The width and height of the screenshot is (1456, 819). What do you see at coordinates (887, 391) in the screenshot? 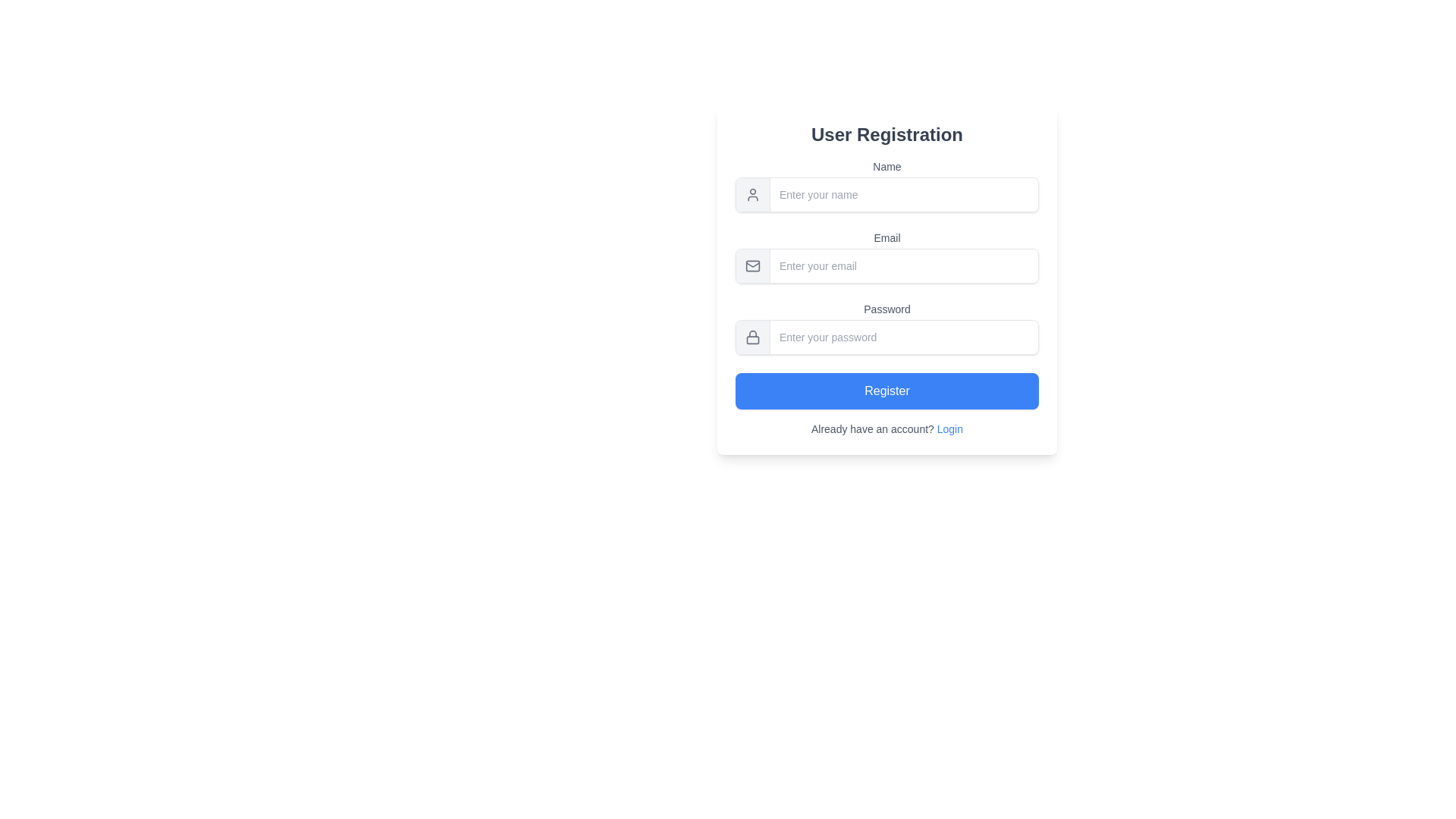
I see `the submission button located at the bottom of the user registration form` at bounding box center [887, 391].